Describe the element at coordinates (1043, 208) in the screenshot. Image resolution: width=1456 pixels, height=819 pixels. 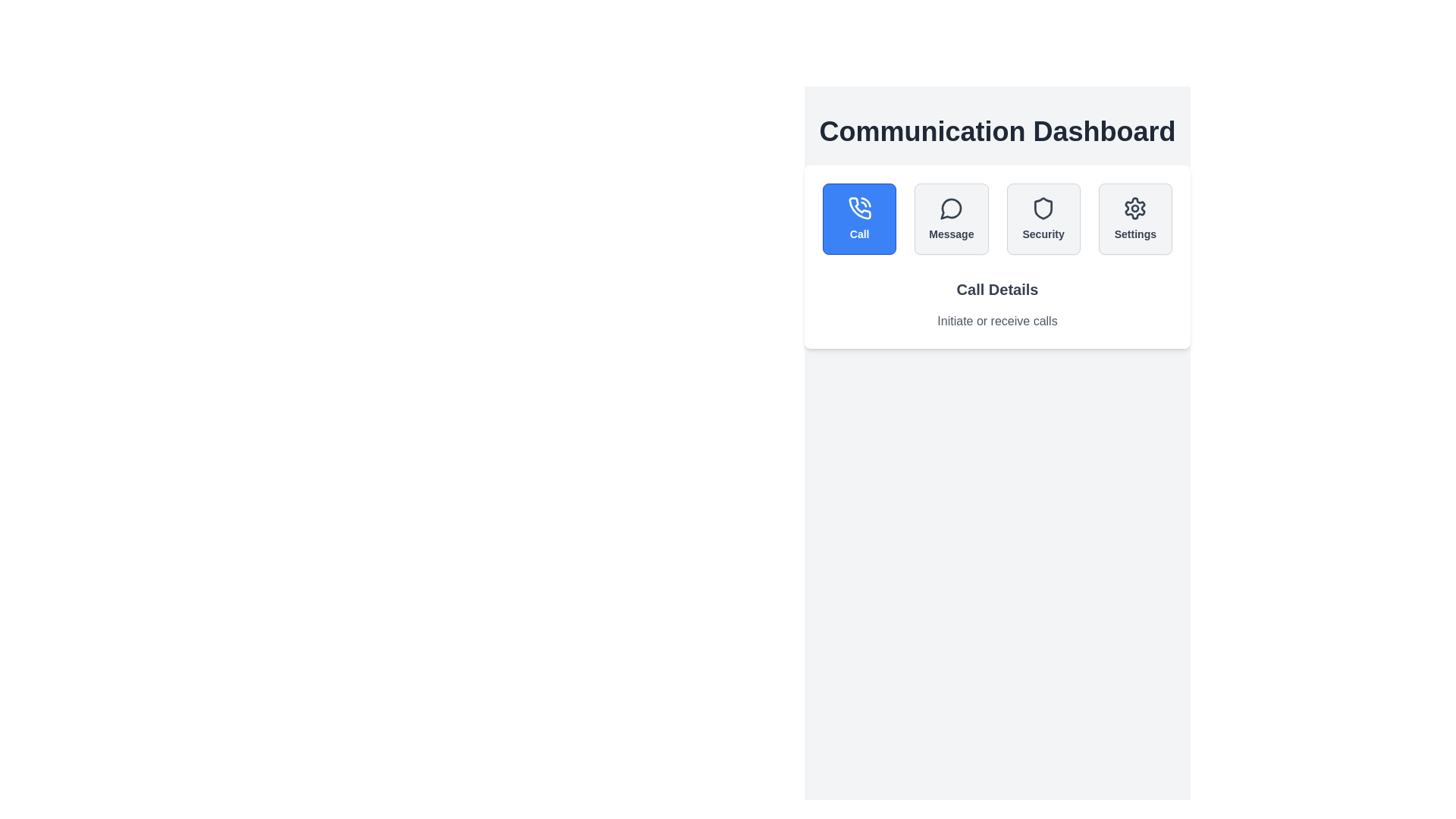
I see `the 'Security' icon, which is the third icon from the left in the horizontal group of four icons below the 'Communication Dashboard' heading` at that location.